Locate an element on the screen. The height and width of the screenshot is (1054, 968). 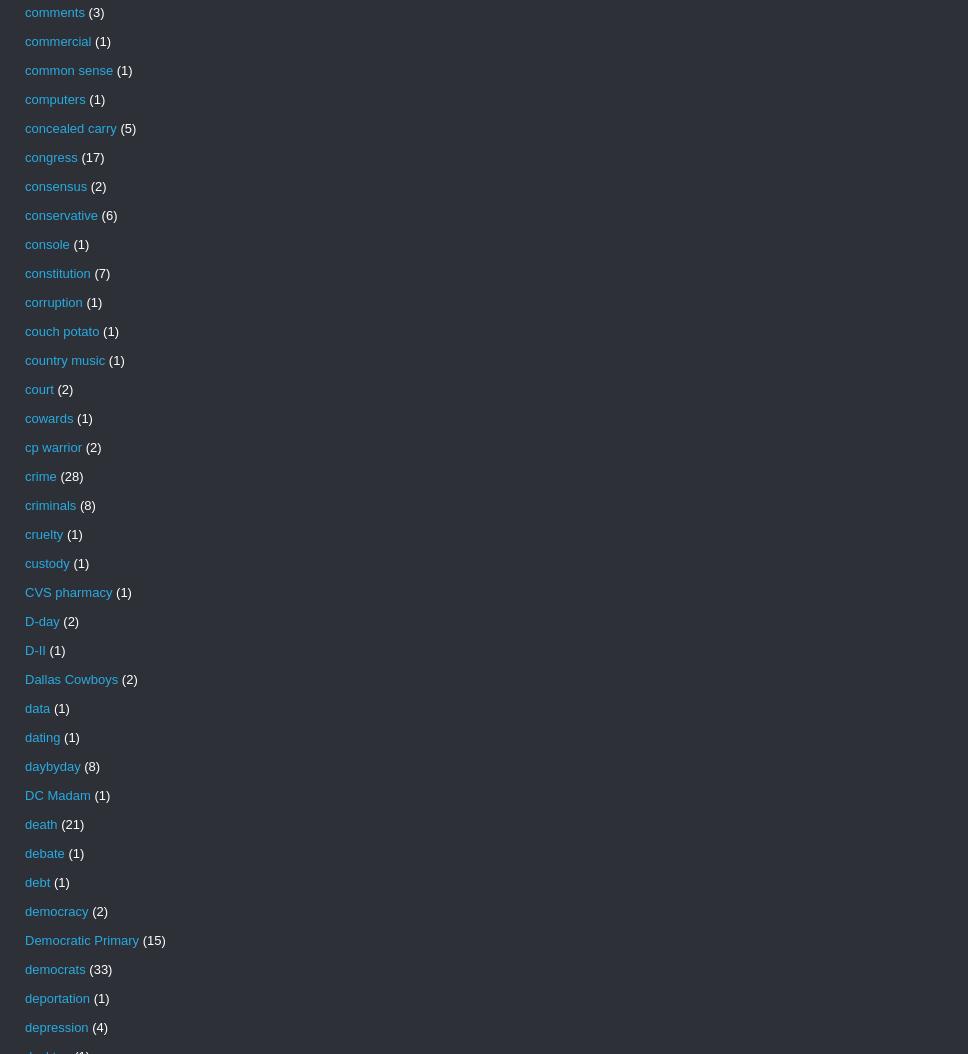
'congress' is located at coordinates (50, 157).